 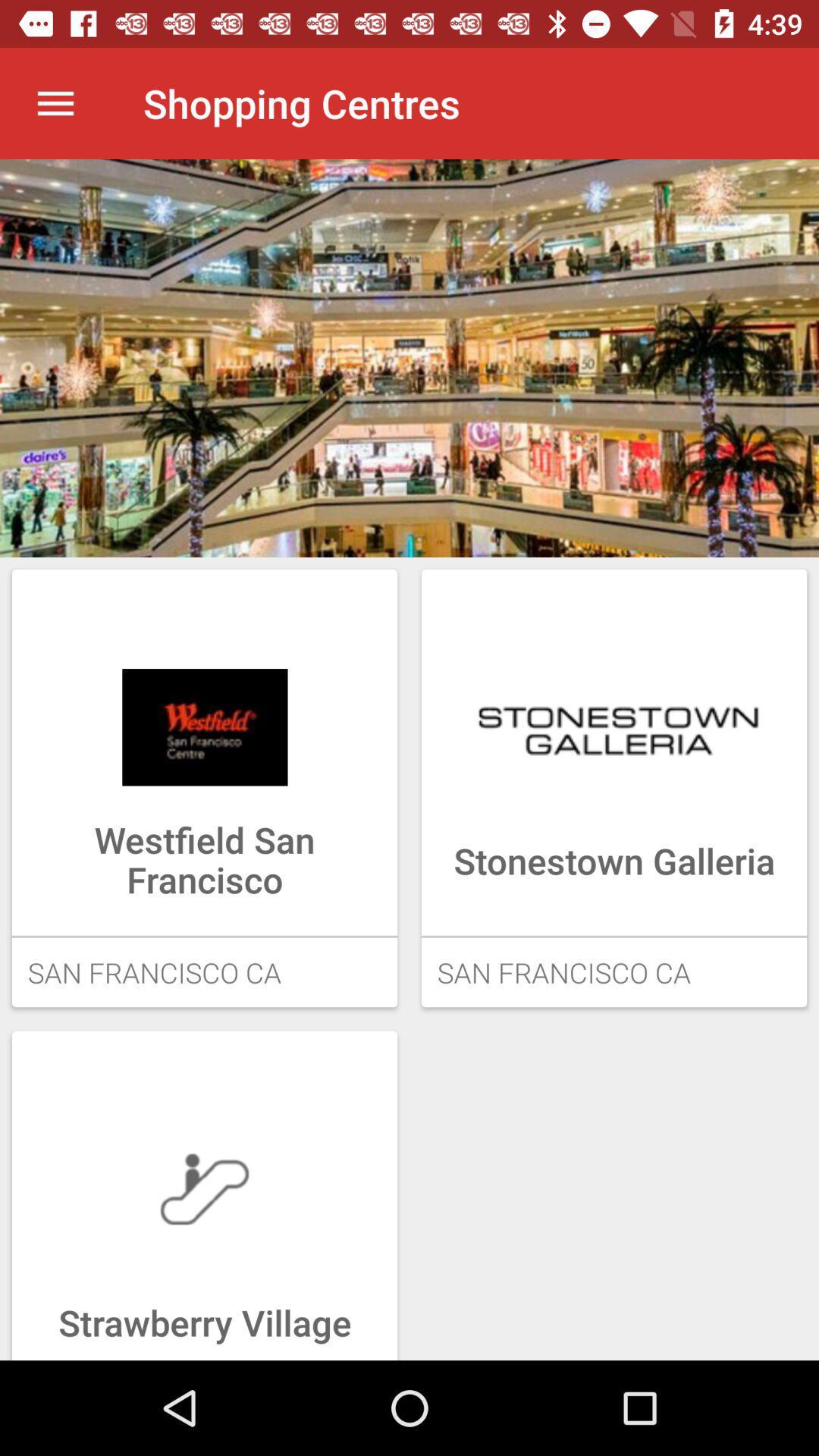 What do you see at coordinates (614, 788) in the screenshot?
I see `the option having the text stonestown galleria` at bounding box center [614, 788].